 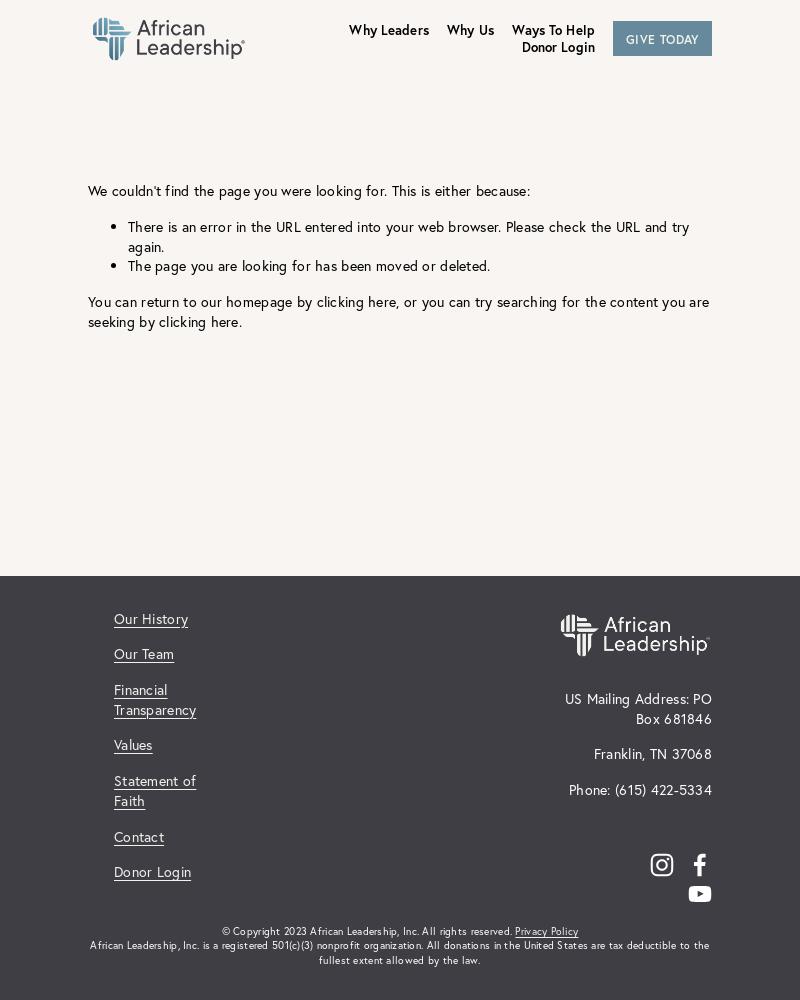 I want to click on 'GIVE TODAY', so click(x=624, y=38).